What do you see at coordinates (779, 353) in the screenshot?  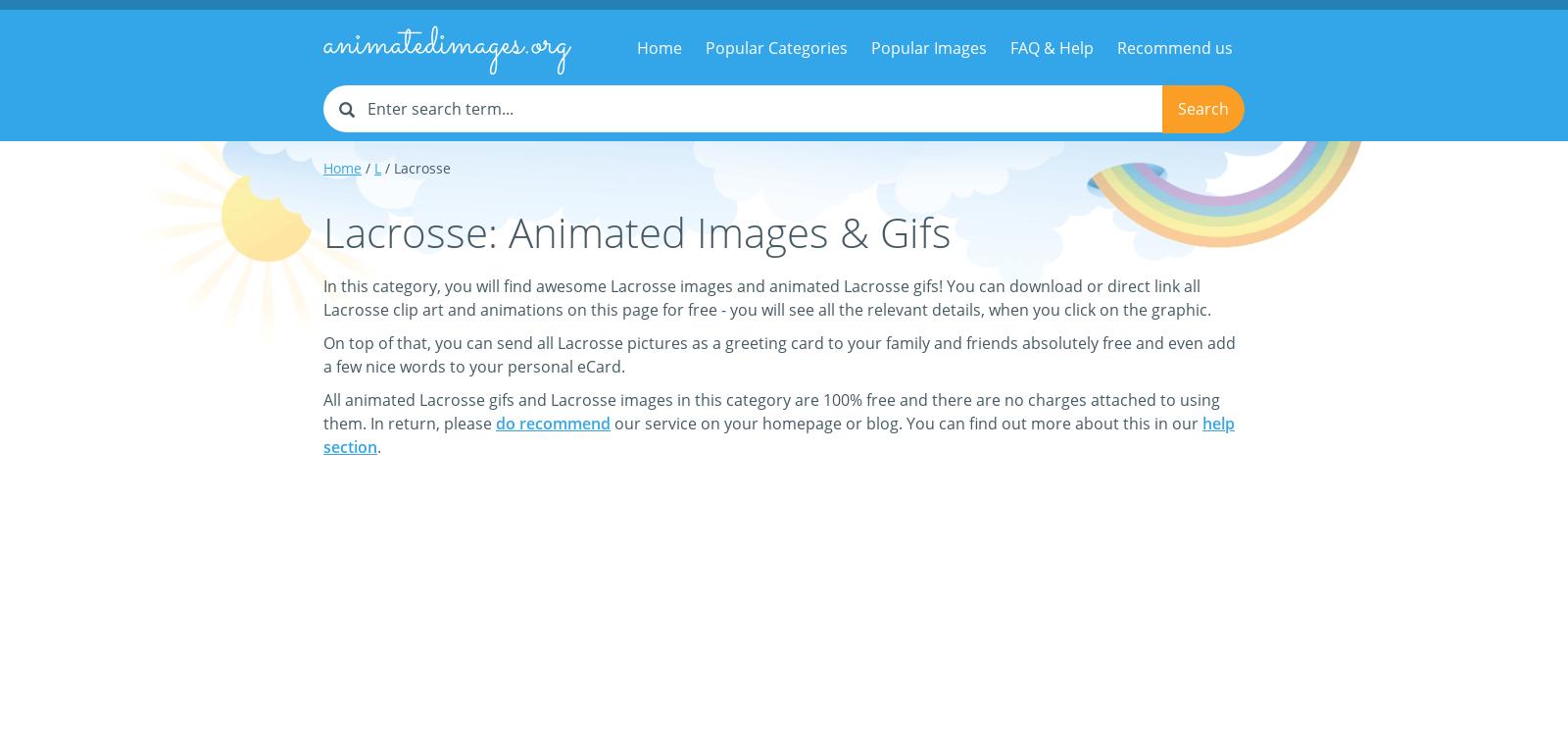 I see `'On top of that, you can send all Lacrosse pictures as a greeting card to your family and friends absolutely free and even add a few nice words to your personal eCard.'` at bounding box center [779, 353].